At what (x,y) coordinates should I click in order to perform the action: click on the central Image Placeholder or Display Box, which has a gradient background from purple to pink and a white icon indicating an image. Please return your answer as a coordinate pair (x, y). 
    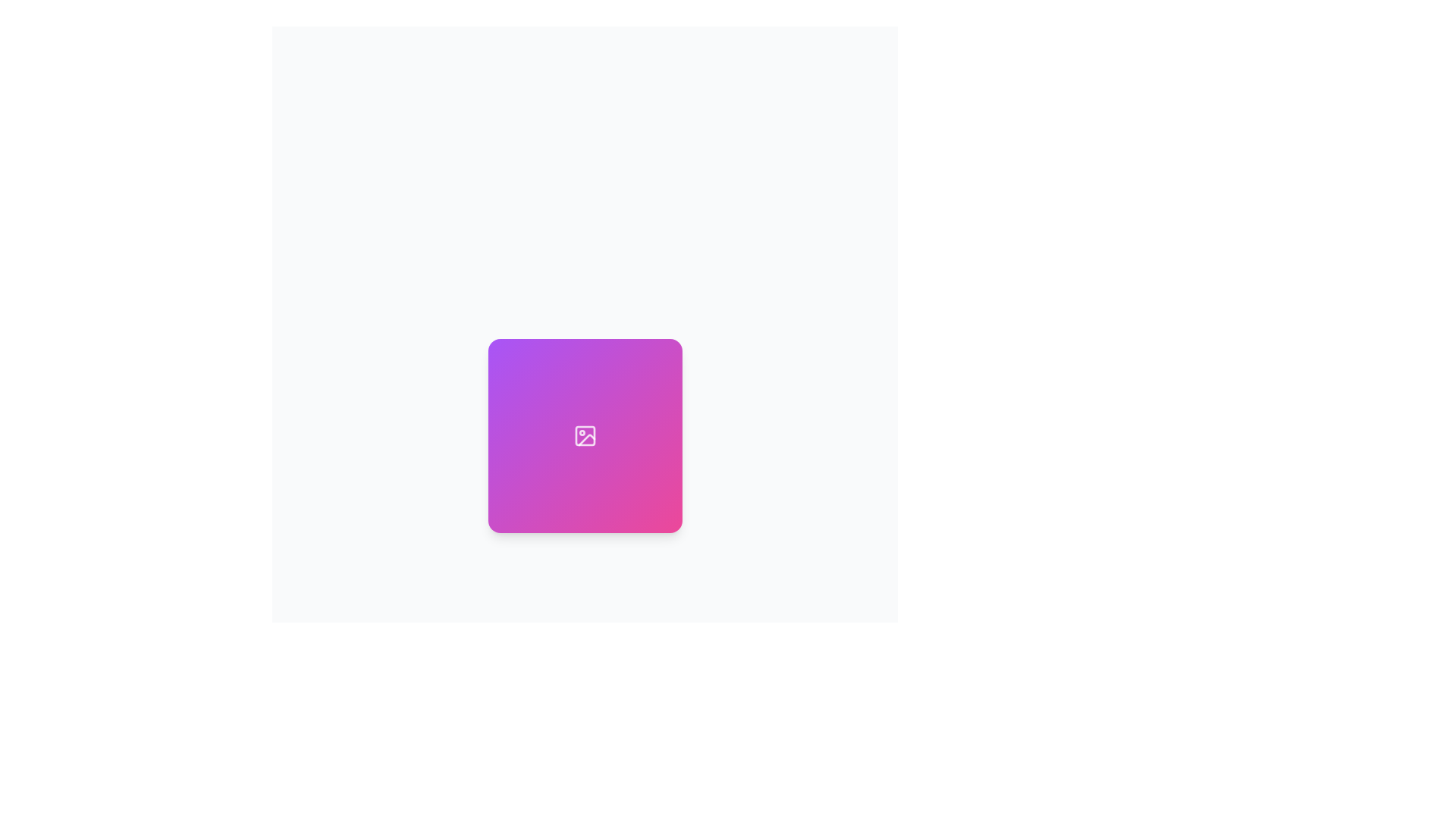
    Looking at the image, I should click on (584, 435).